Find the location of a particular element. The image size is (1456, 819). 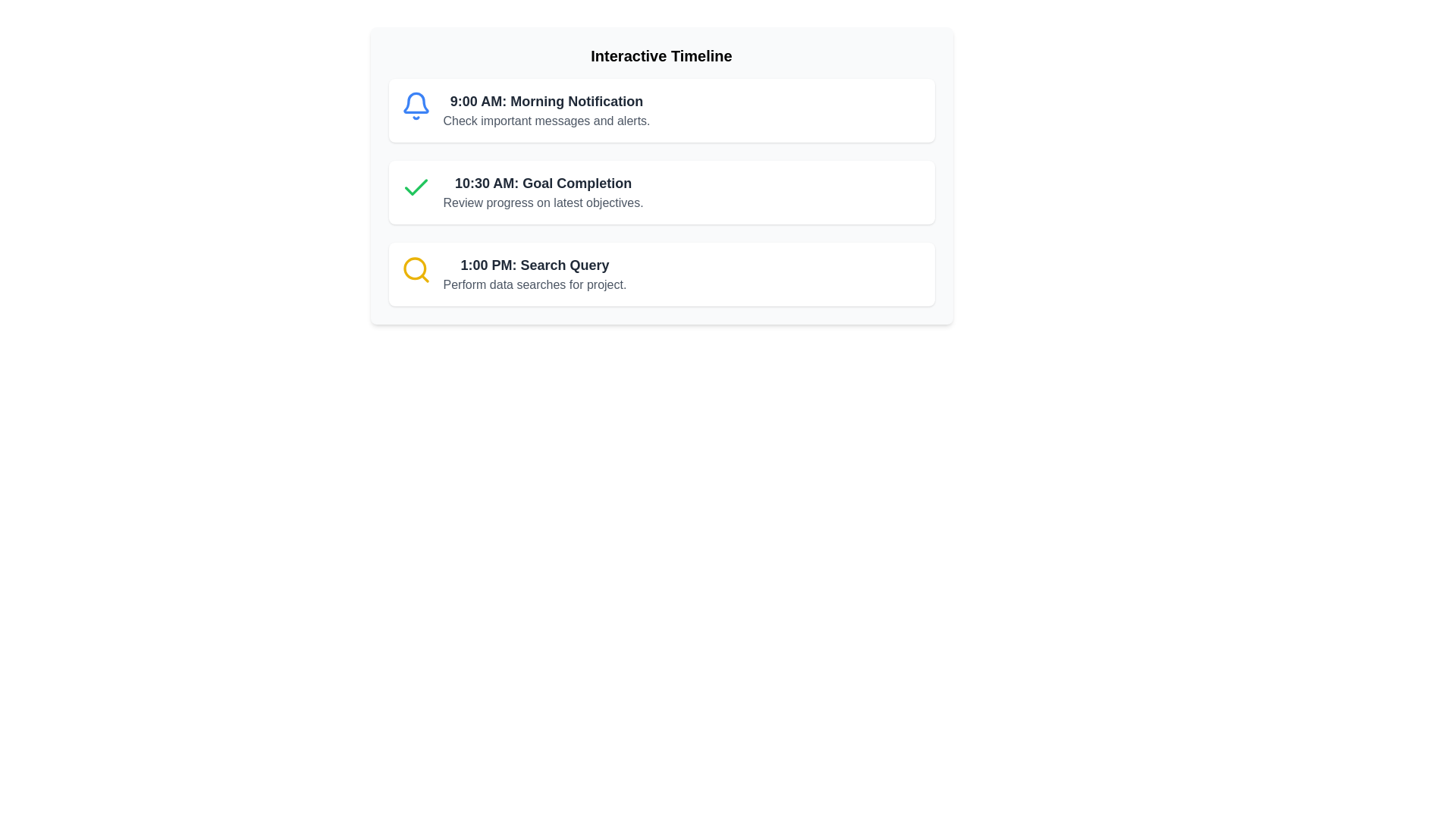

the checkmark icon which indicates the completion of the '10:30 AM: Goal Completion' task, located within the second item of the interactive timeline is located at coordinates (416, 187).